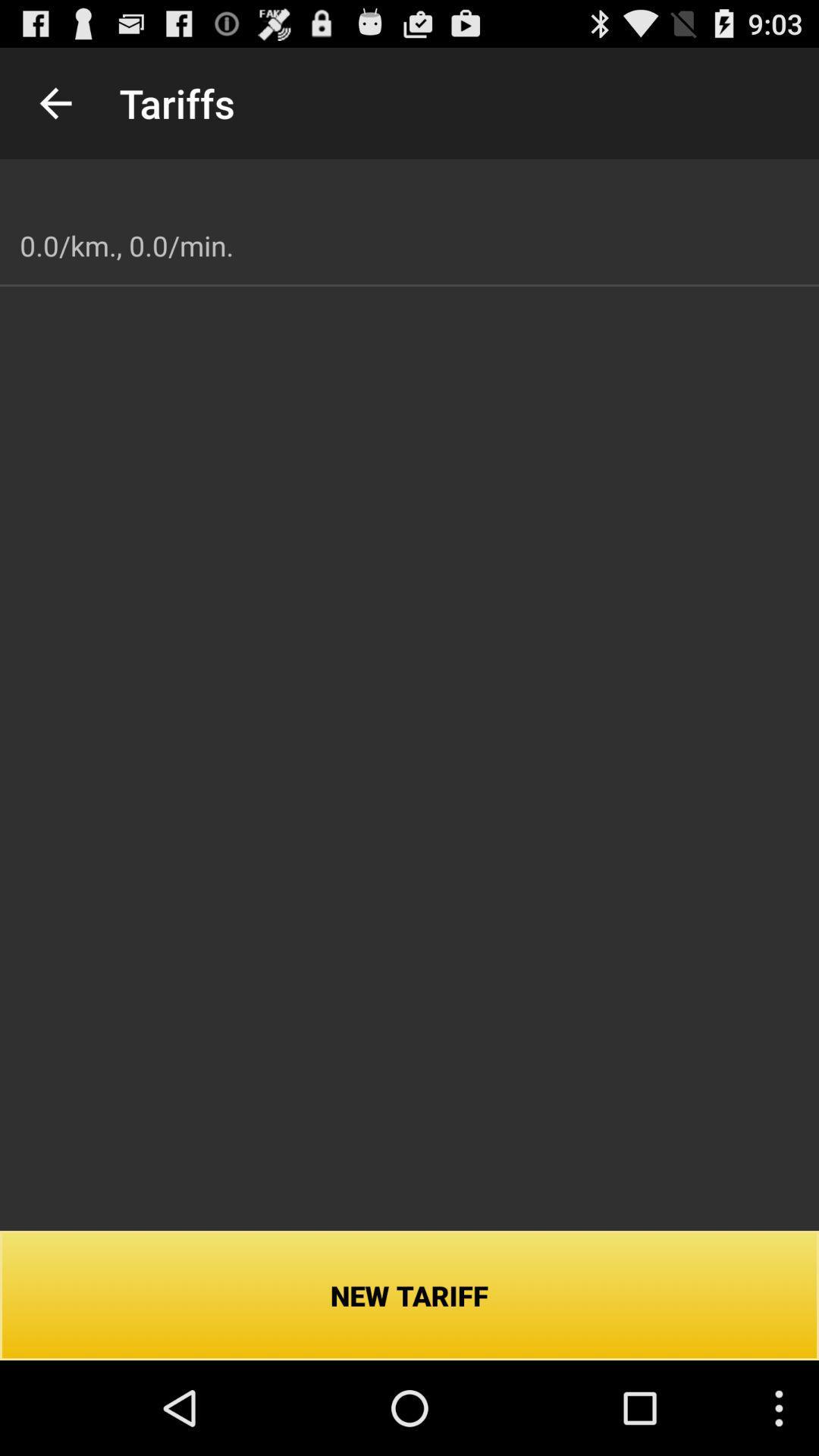  Describe the element at coordinates (409, 1294) in the screenshot. I see `the item at the bottom` at that location.